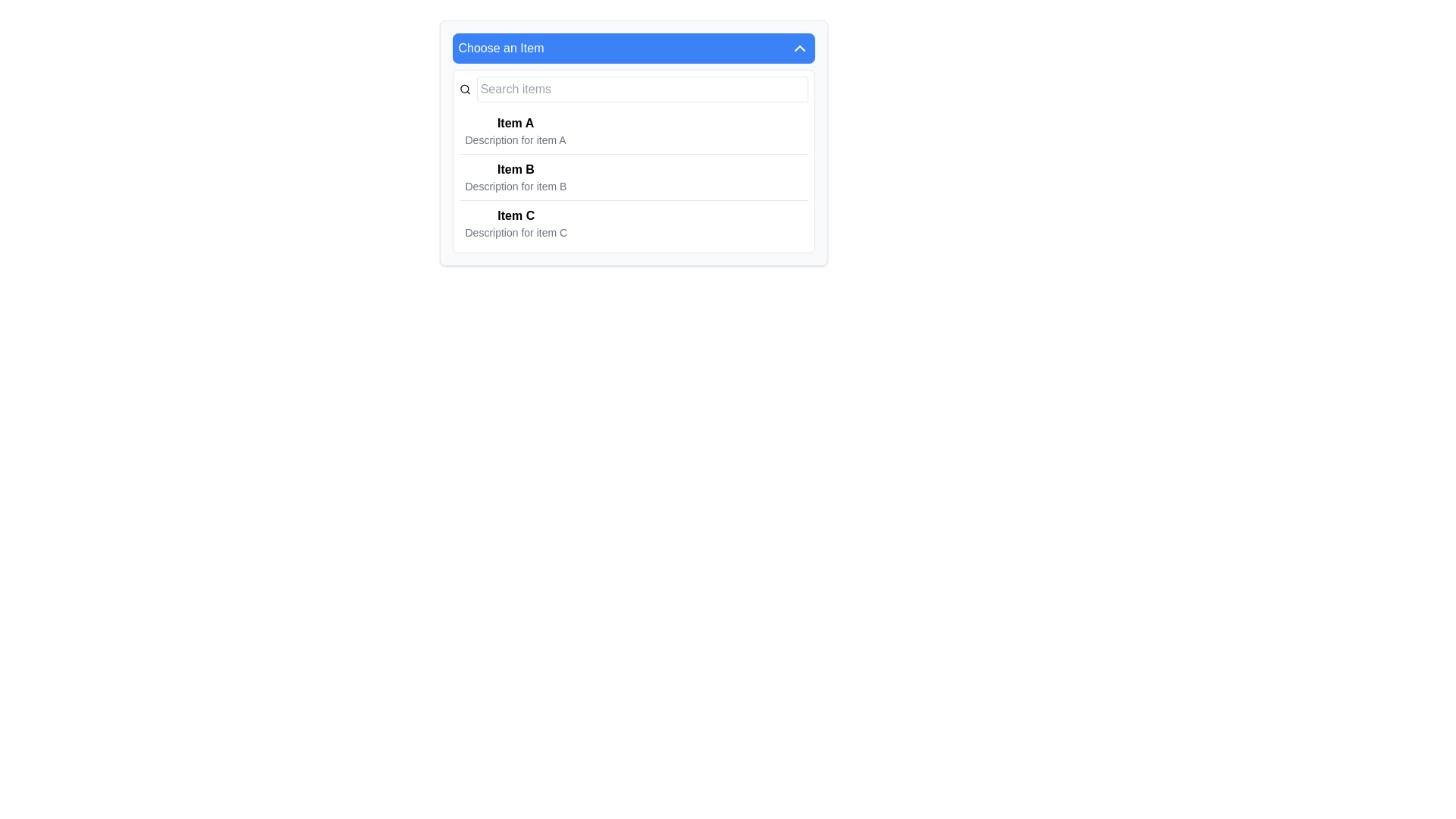  Describe the element at coordinates (516, 216) in the screenshot. I see `text of the third item in the dropdown list titled 'Choose an Item', which represents 'Item C'` at that location.